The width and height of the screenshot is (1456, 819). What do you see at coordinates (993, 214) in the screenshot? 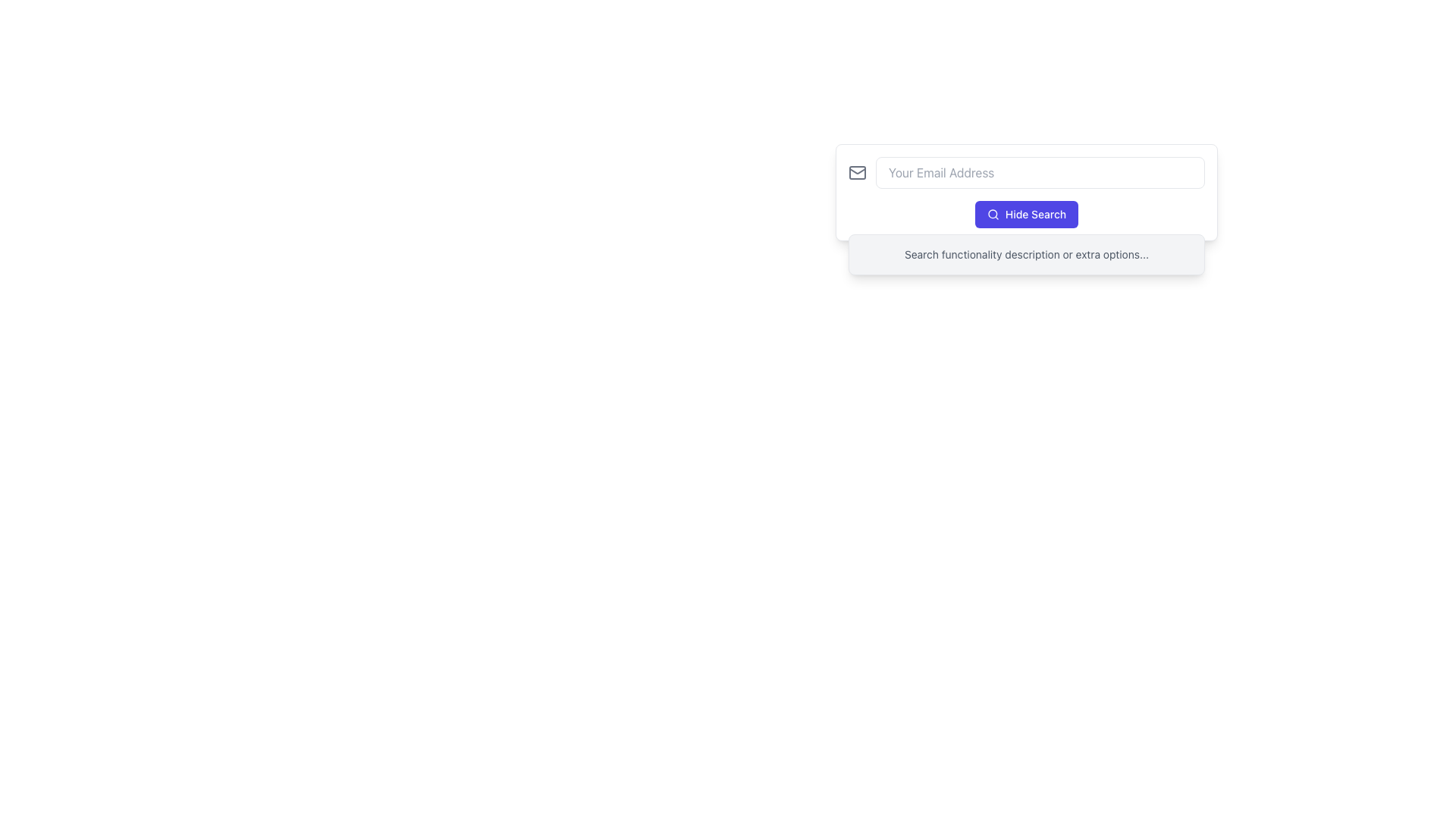
I see `the hollow circle element of the magnifying glass icon, which is located in the 'Hide Search' button area` at bounding box center [993, 214].